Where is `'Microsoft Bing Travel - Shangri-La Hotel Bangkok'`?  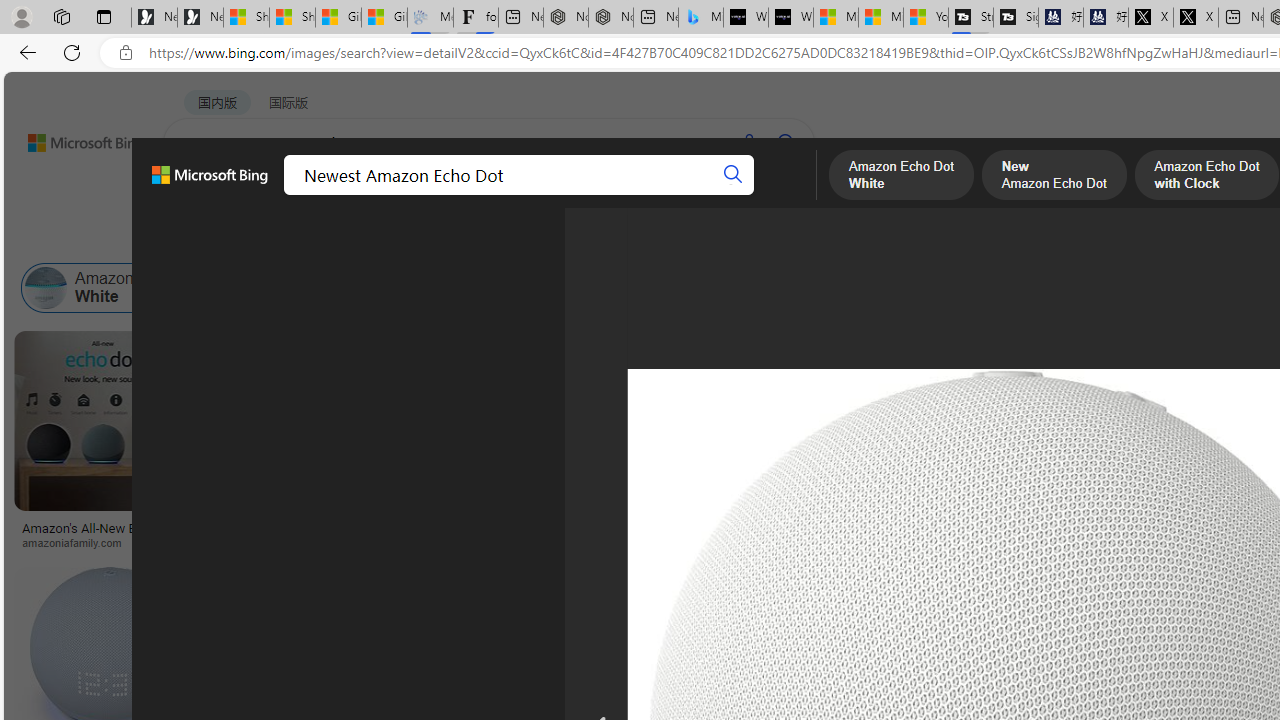 'Microsoft Bing Travel - Shangri-La Hotel Bangkok' is located at coordinates (700, 17).